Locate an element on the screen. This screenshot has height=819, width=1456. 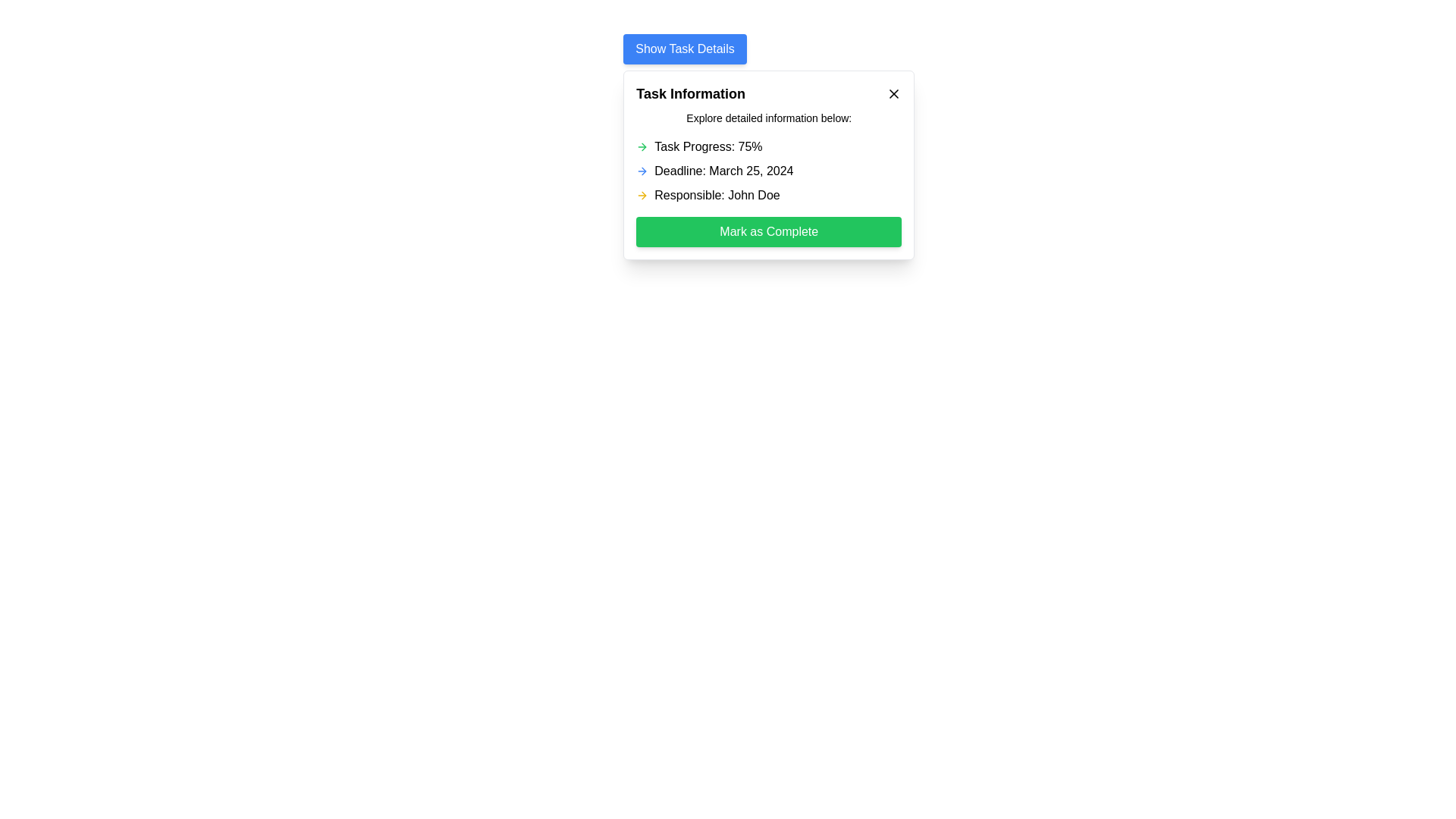
the static text label that indicates the current percentage completion of a task, which is the first text descriptor under the title 'Task Information' is located at coordinates (708, 146).